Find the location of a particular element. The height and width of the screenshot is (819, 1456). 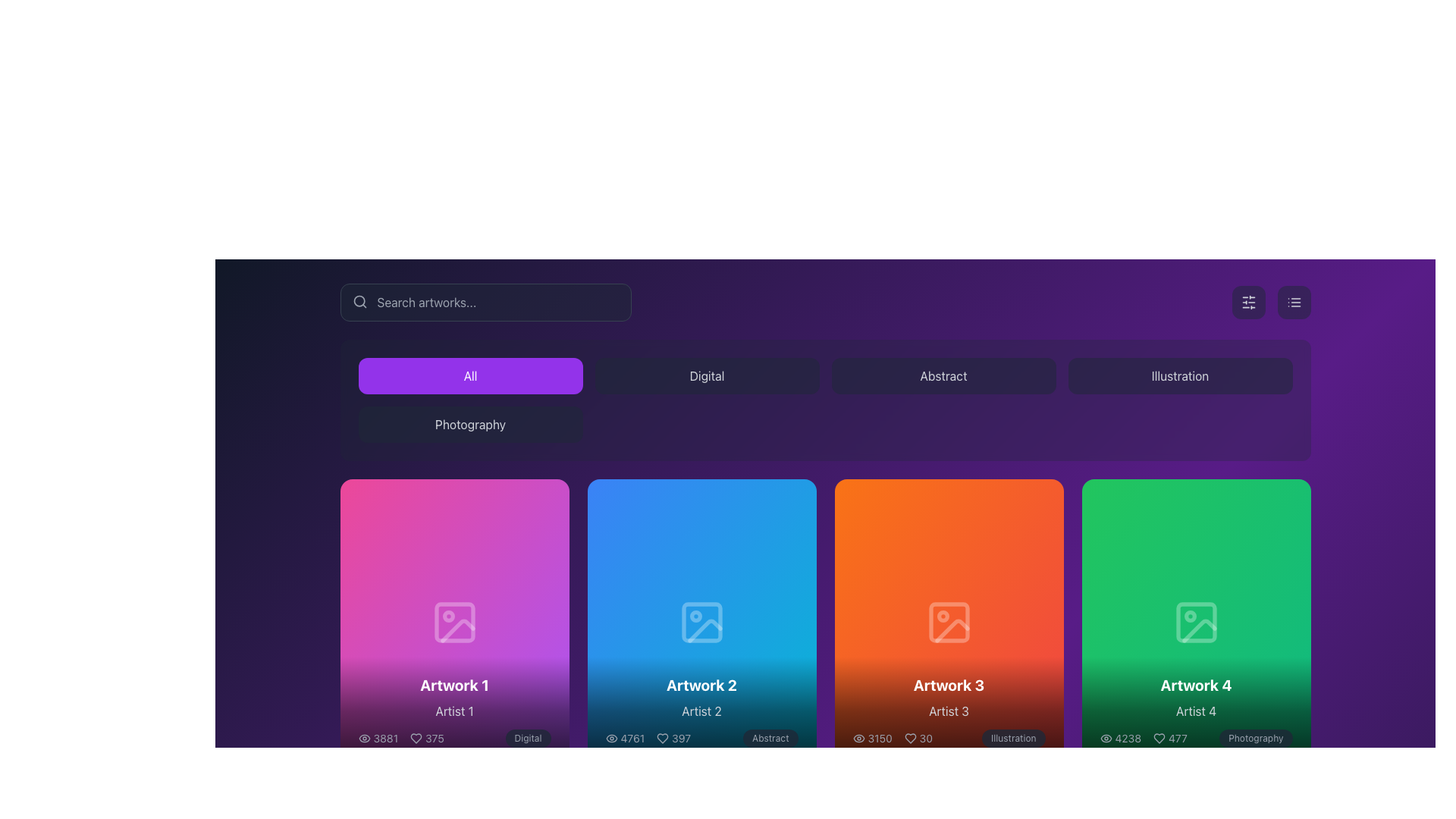

the heart icon under the main image and artist name of 'Artwork 4' to like or unlike it is located at coordinates (1159, 737).